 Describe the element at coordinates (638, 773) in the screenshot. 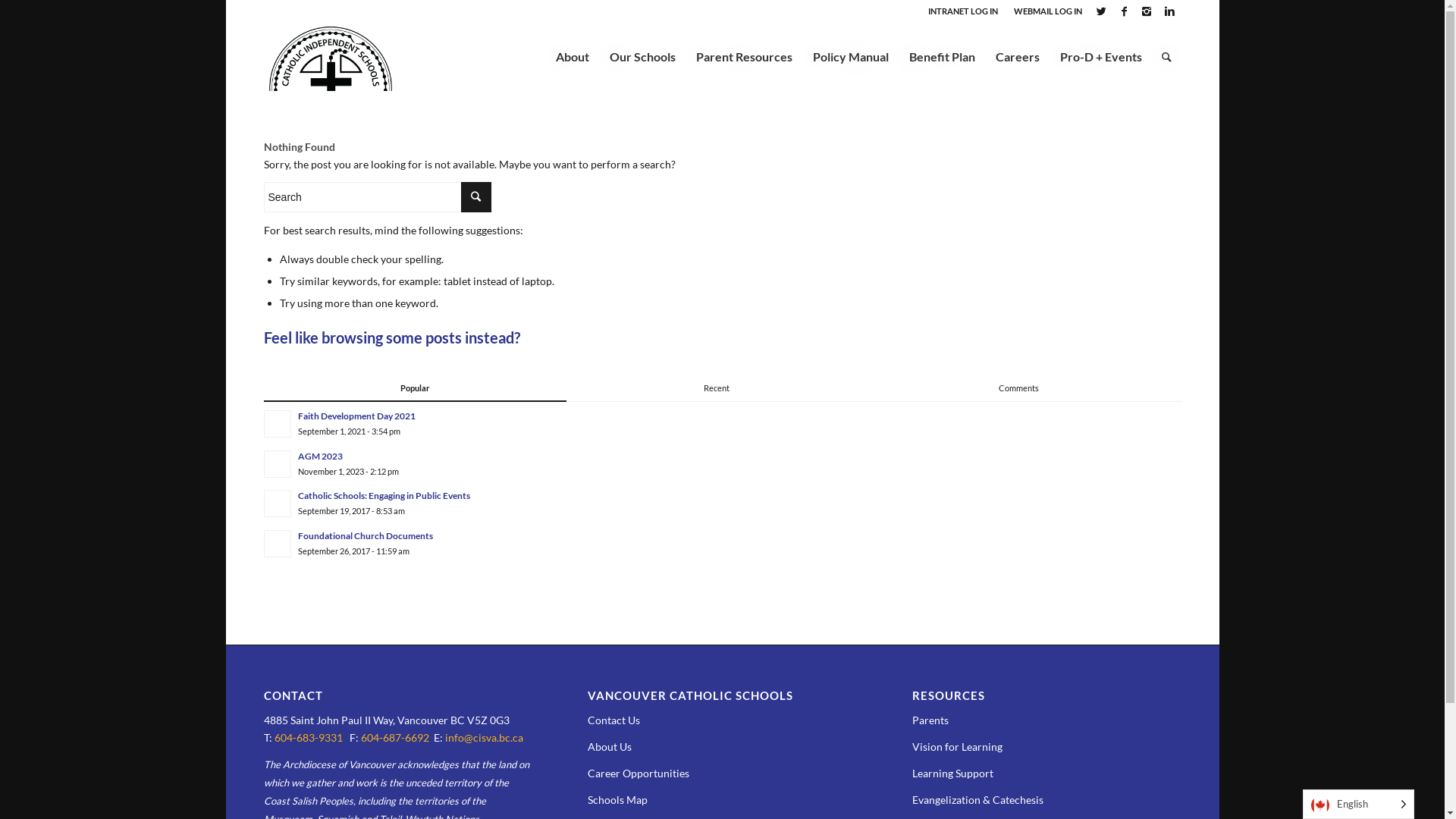

I see `'Career Opportunities'` at that location.